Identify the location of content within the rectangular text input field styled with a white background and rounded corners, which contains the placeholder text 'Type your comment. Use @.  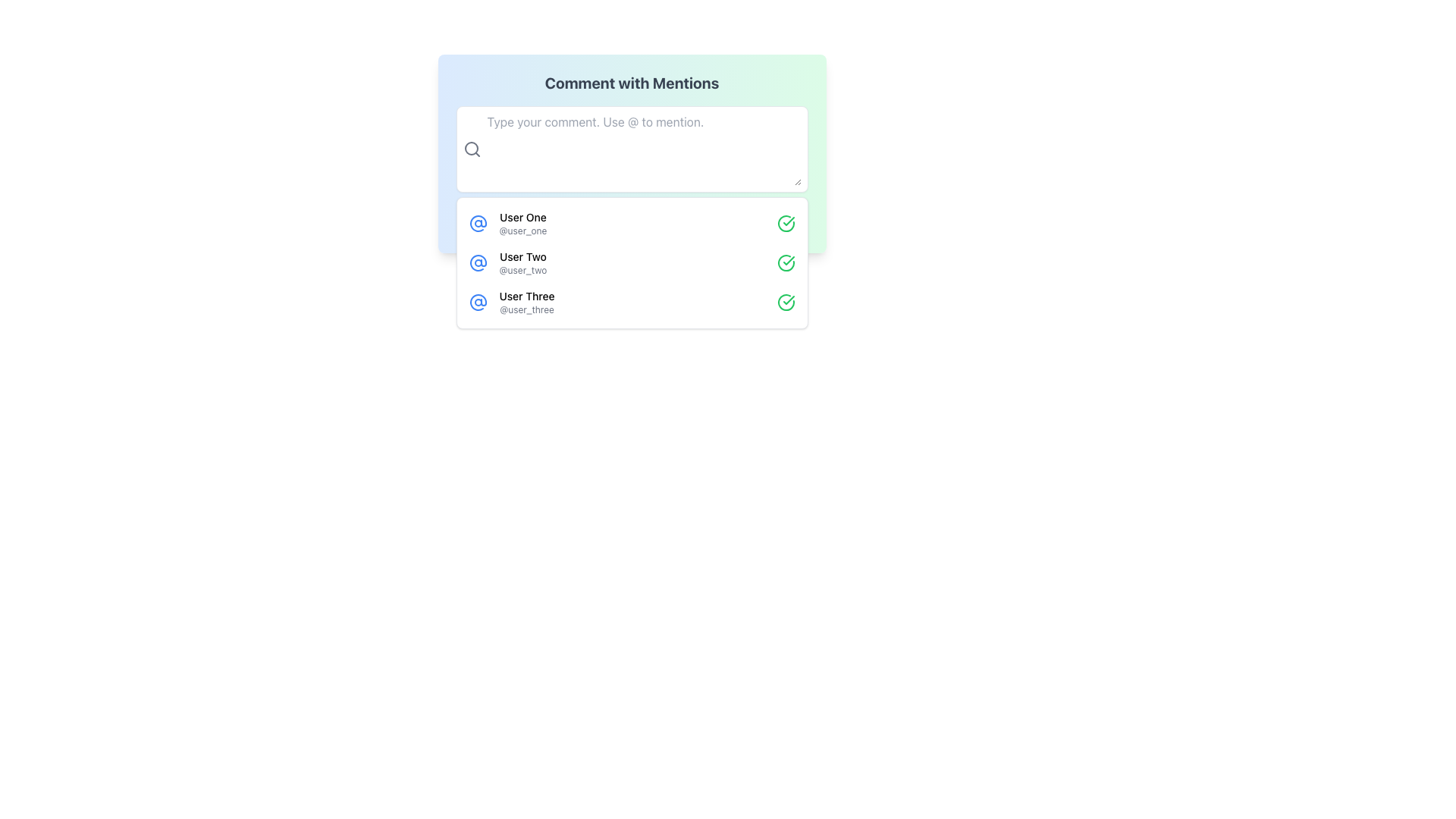
(644, 149).